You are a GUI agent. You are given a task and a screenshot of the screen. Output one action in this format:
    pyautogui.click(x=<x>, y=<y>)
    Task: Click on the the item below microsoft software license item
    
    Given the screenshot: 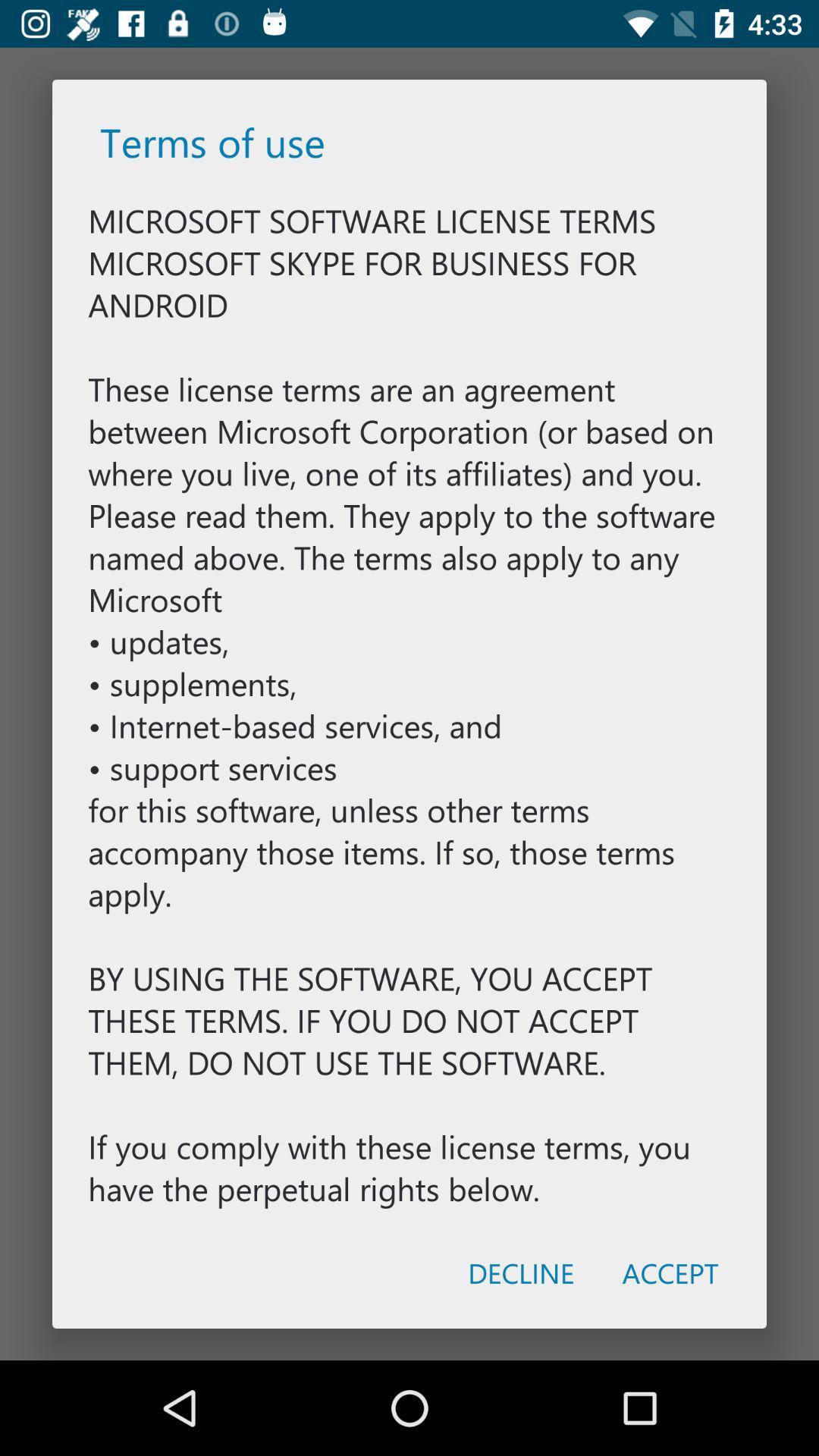 What is the action you would take?
    pyautogui.click(x=520, y=1272)
    